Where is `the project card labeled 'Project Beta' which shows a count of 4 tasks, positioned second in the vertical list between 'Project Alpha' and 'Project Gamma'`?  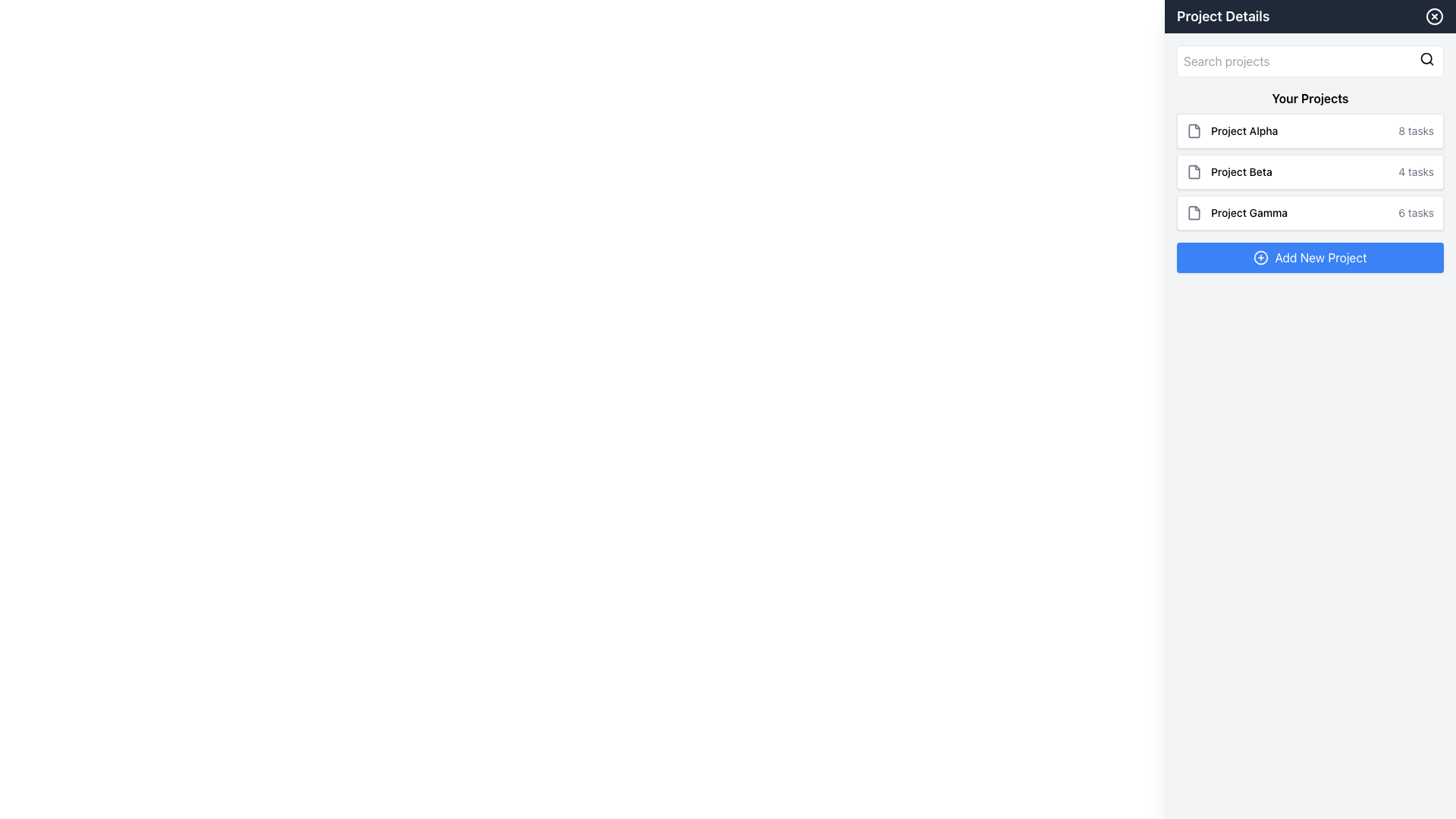 the project card labeled 'Project Beta' which shows a count of 4 tasks, positioned second in the vertical list between 'Project Alpha' and 'Project Gamma' is located at coordinates (1310, 171).